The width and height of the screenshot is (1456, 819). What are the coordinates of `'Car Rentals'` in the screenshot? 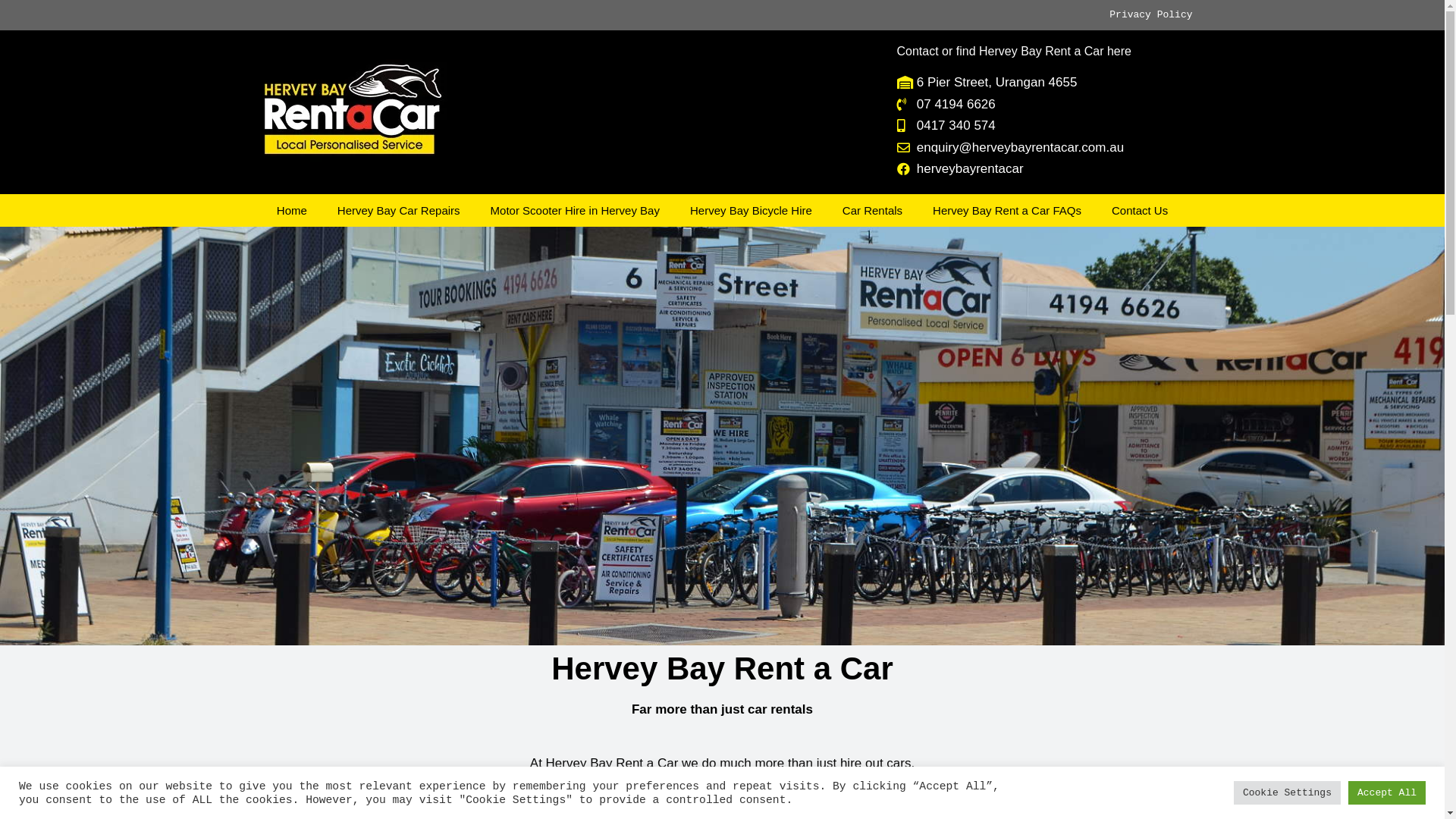 It's located at (872, 210).